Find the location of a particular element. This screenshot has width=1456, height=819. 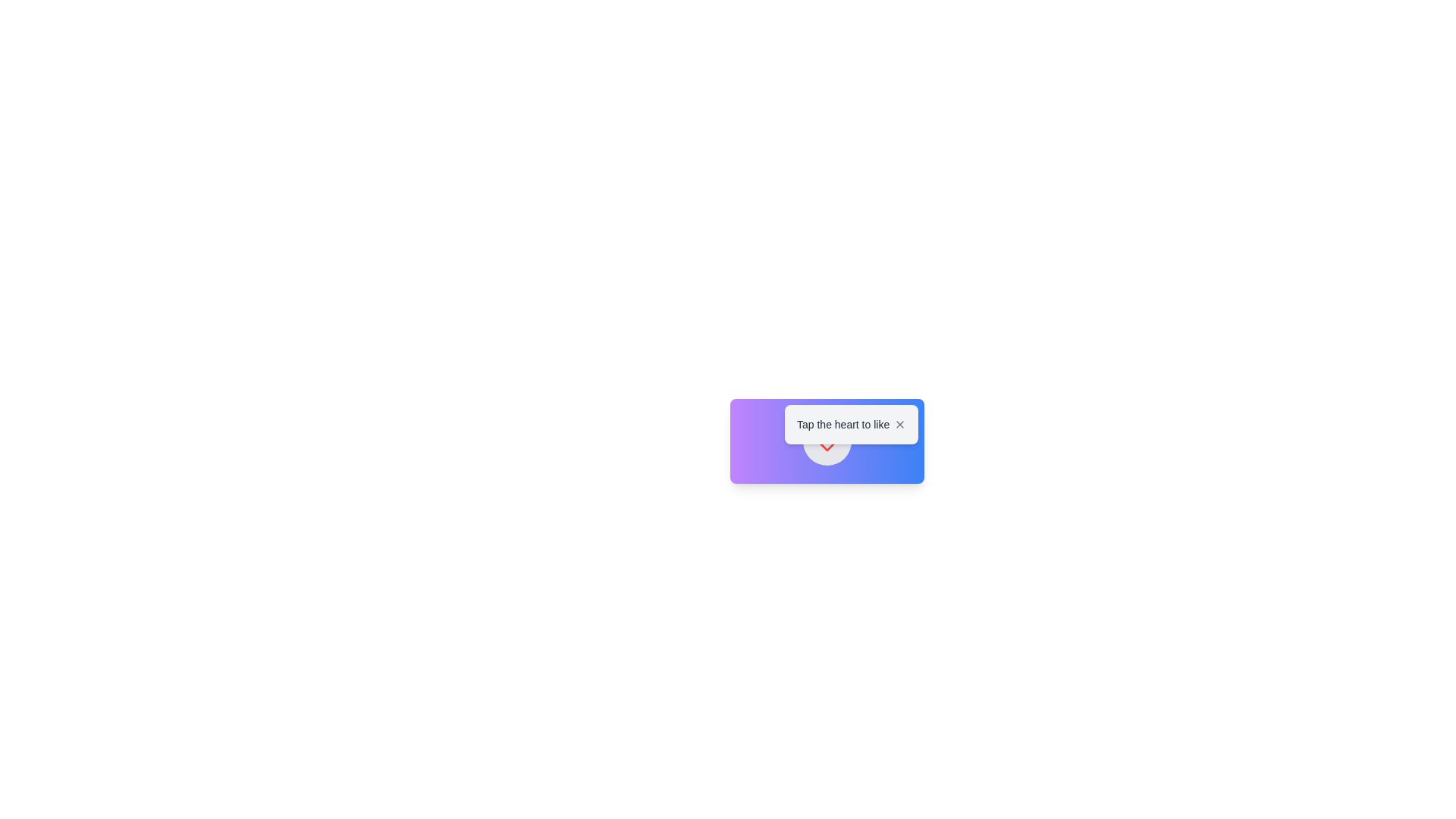

the close button represented by an 'X' is located at coordinates (899, 424).